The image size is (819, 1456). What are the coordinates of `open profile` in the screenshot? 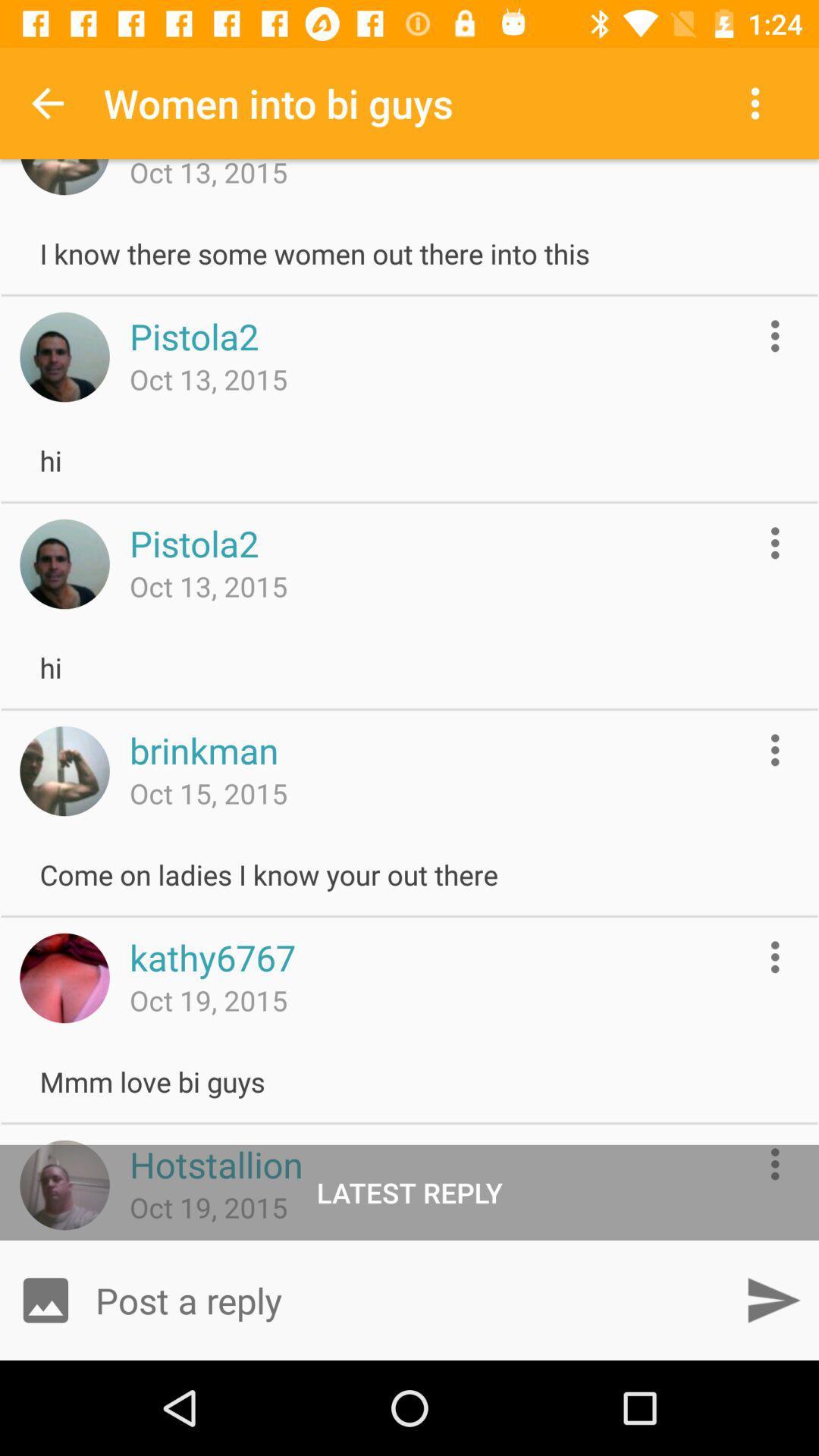 It's located at (64, 978).